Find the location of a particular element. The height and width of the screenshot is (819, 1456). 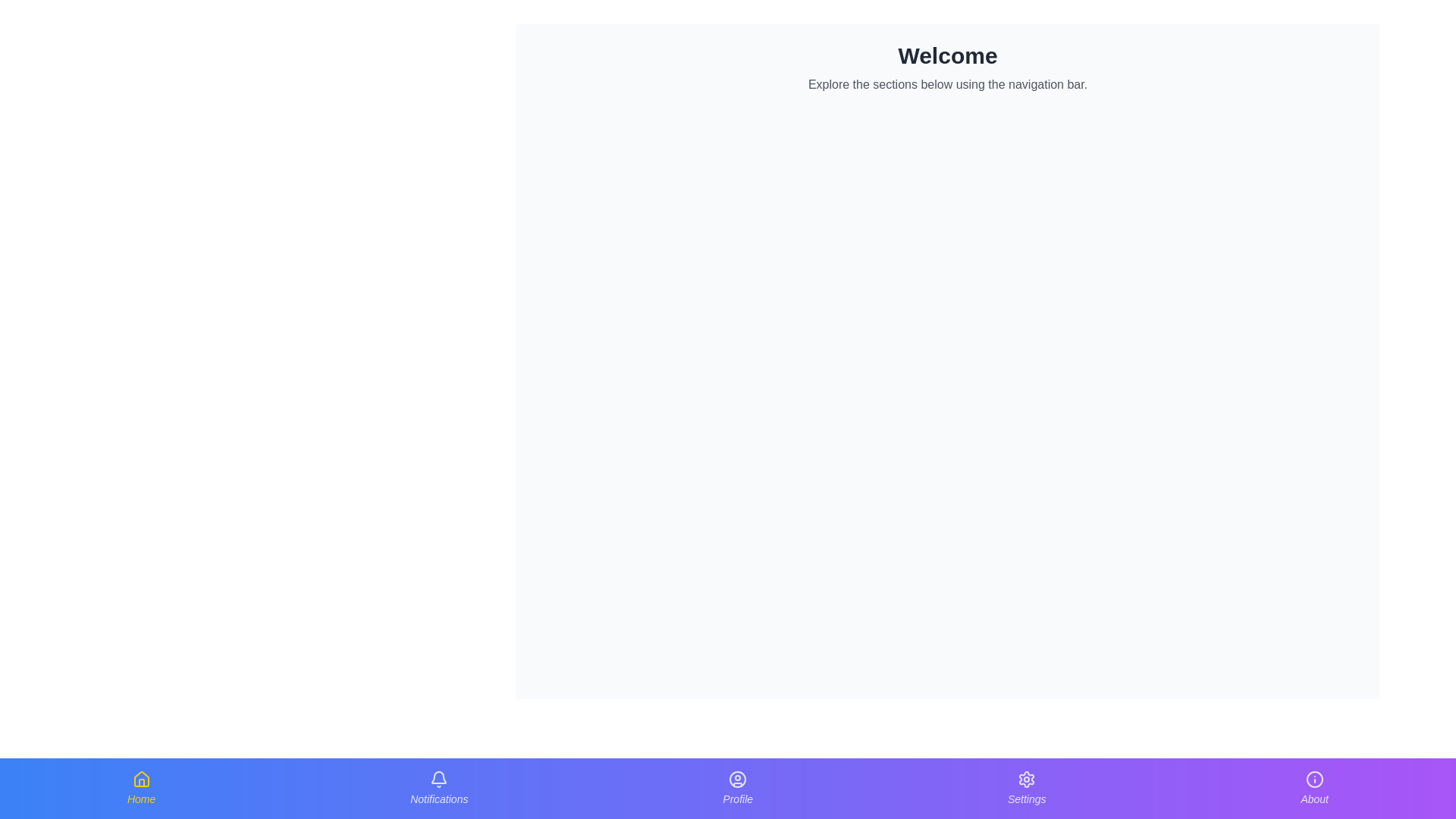

the 'Profile' icon in the bottom navigation bar is located at coordinates (738, 780).